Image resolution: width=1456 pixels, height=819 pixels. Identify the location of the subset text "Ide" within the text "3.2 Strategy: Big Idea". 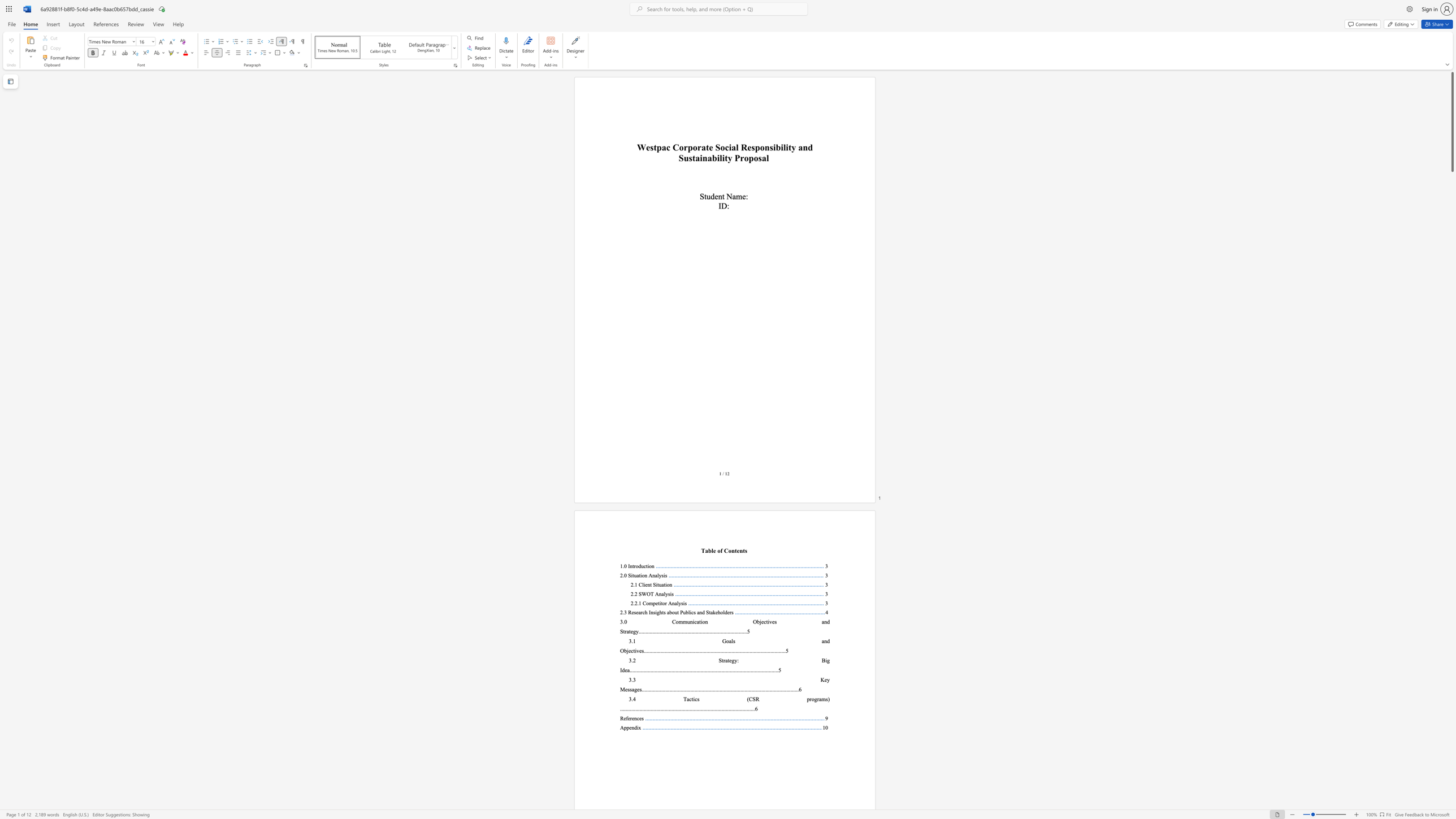
(619, 670).